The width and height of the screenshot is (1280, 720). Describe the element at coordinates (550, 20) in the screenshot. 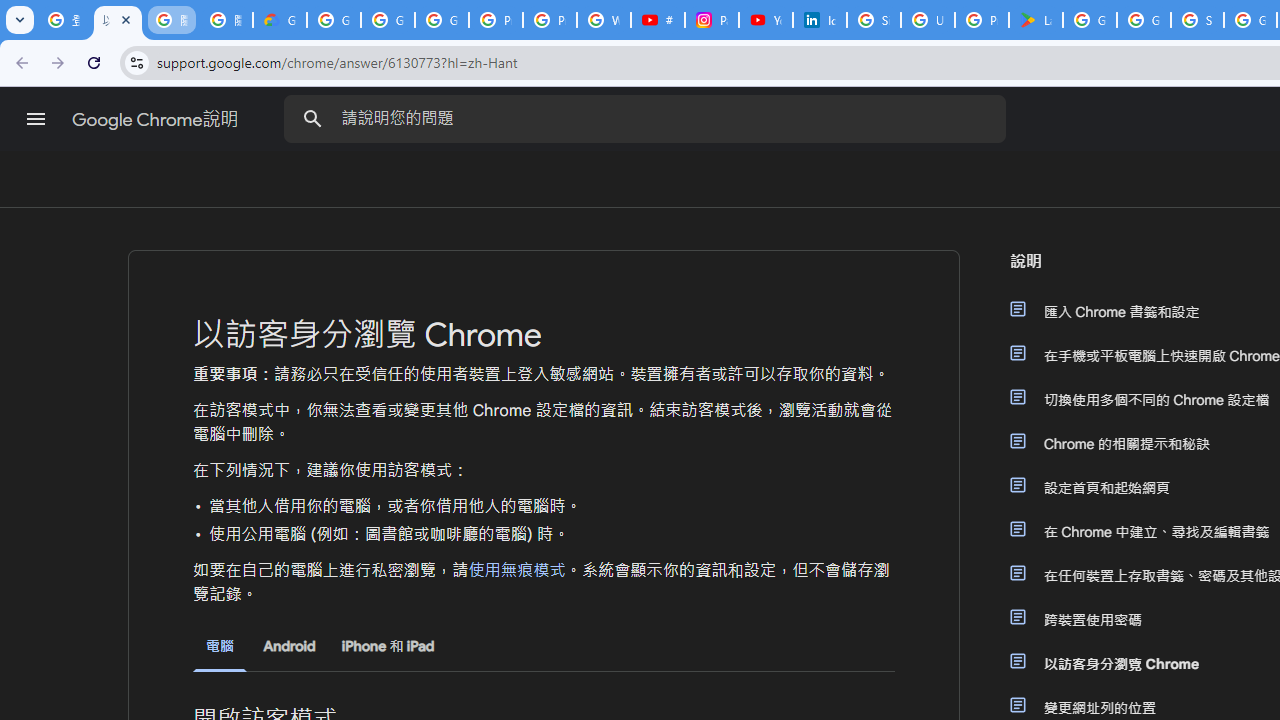

I see `'Privacy Help Center - Policies Help'` at that location.